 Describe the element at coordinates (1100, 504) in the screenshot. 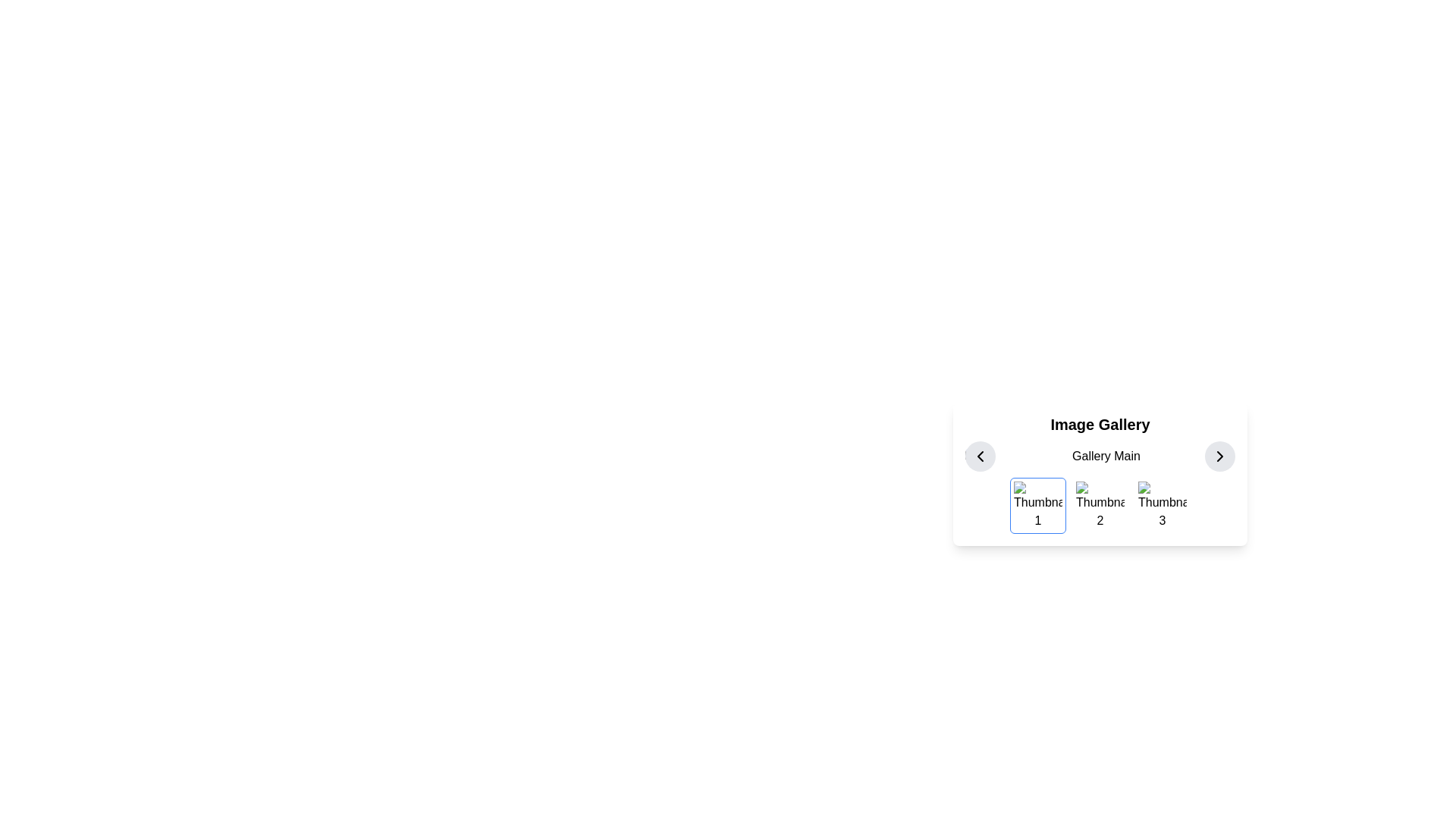

I see `the thumbnail in the gallery interface` at that location.